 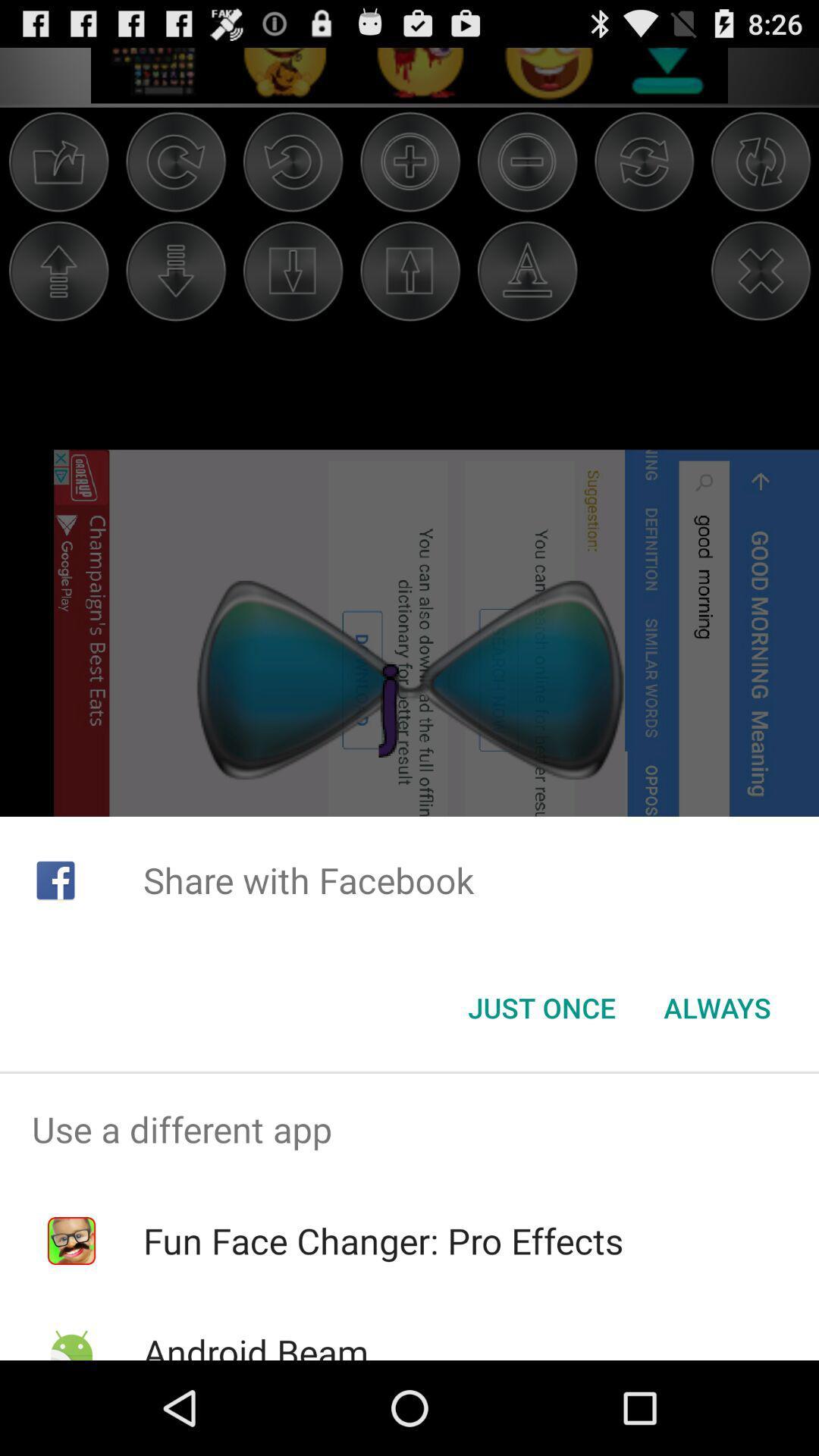 I want to click on the app below the share with facebook, so click(x=717, y=1008).